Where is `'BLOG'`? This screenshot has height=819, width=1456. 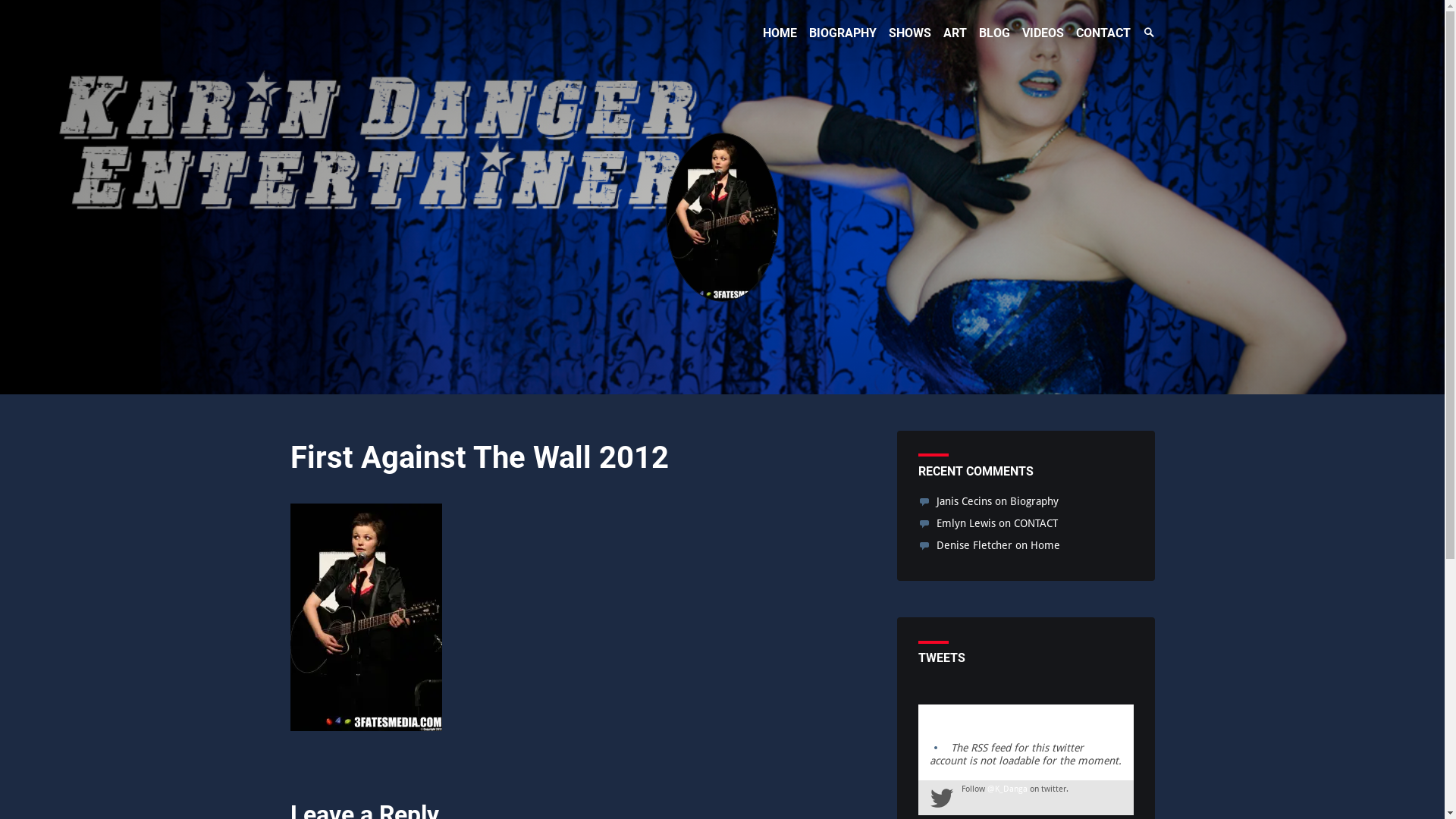 'BLOG' is located at coordinates (978, 33).